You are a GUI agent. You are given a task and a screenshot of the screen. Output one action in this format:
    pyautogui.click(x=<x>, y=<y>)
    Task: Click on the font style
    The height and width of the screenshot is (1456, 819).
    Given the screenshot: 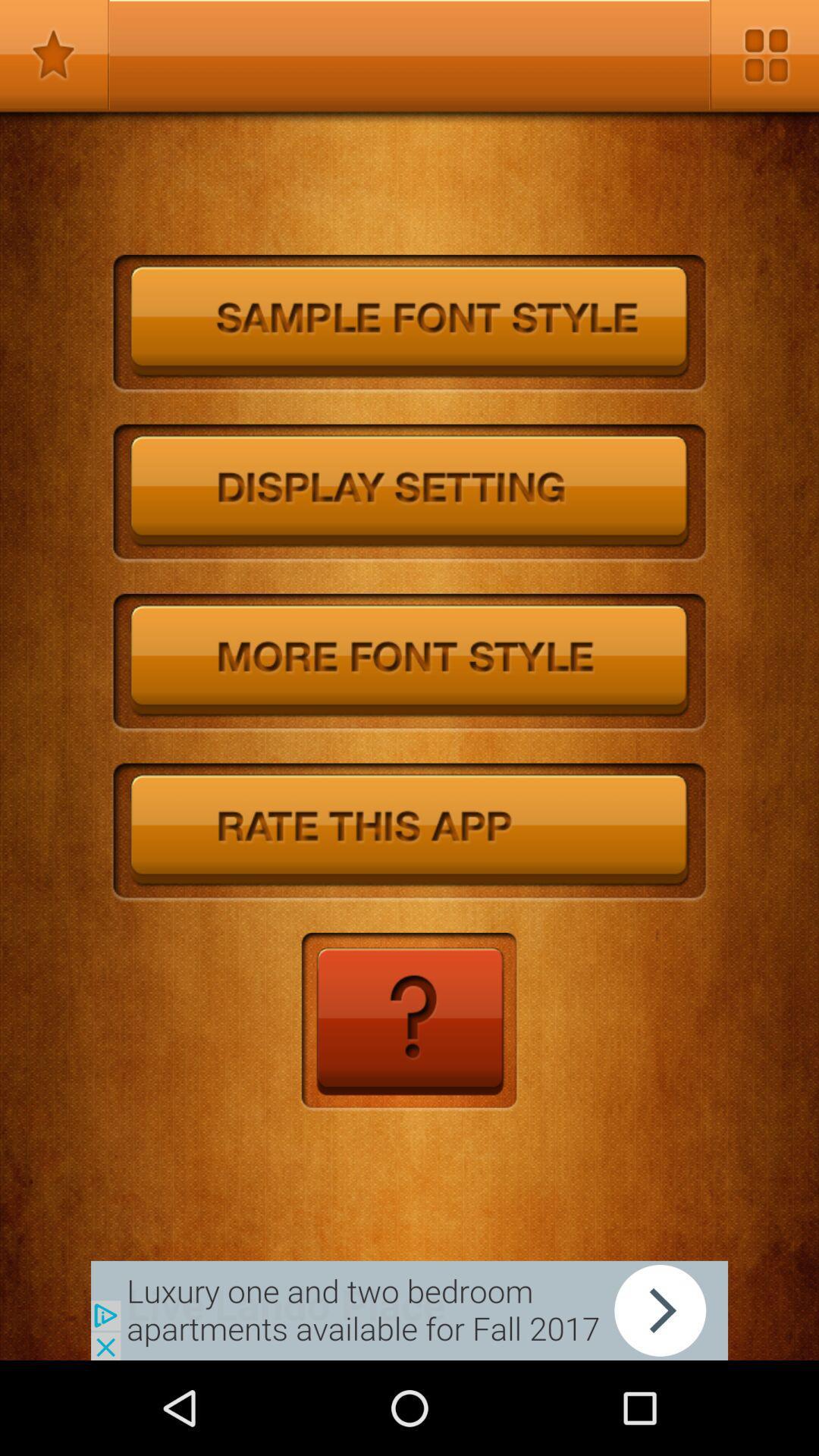 What is the action you would take?
    pyautogui.click(x=409, y=323)
    